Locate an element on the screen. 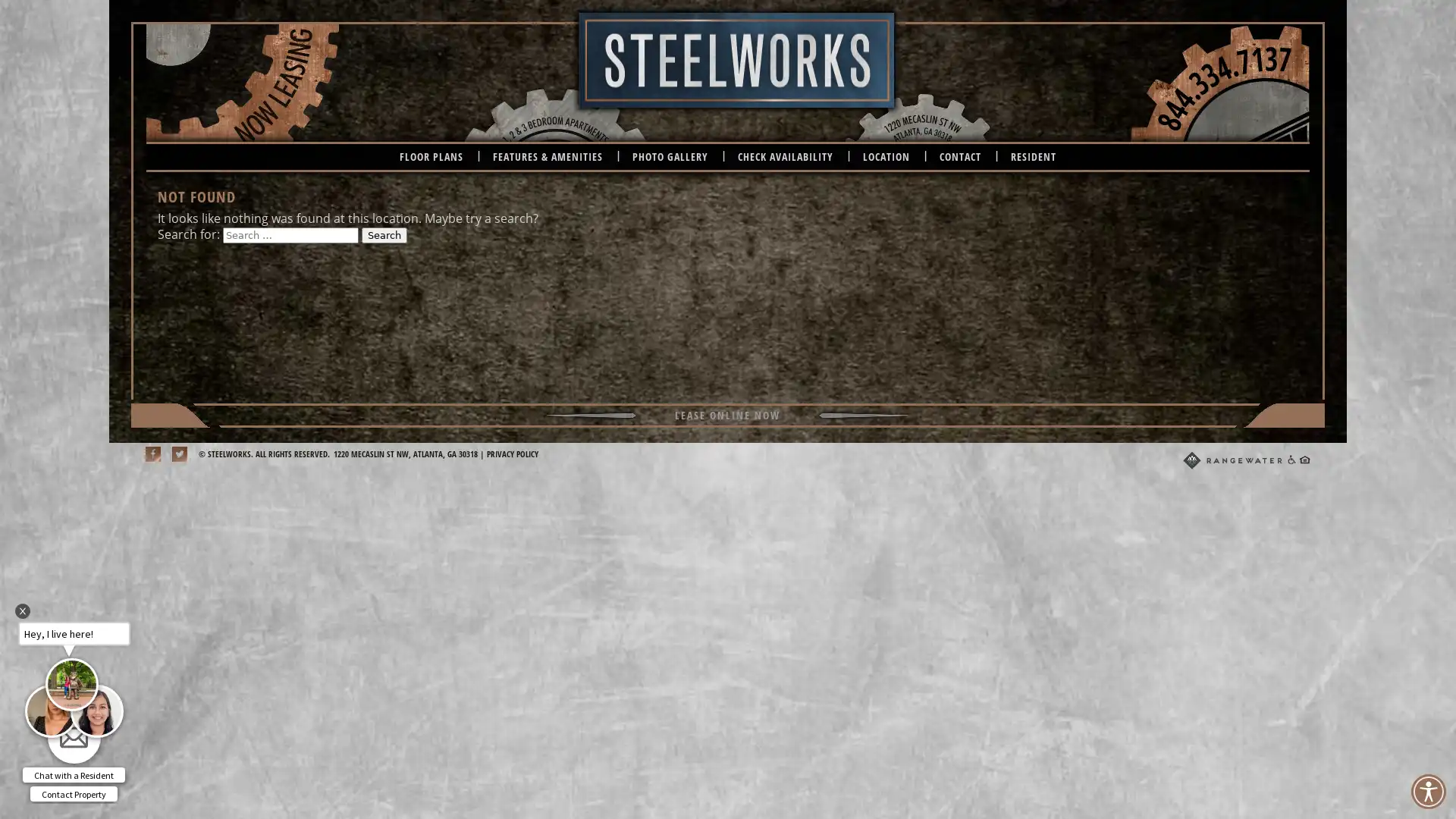 Image resolution: width=1456 pixels, height=819 pixels. Search is located at coordinates (383, 234).